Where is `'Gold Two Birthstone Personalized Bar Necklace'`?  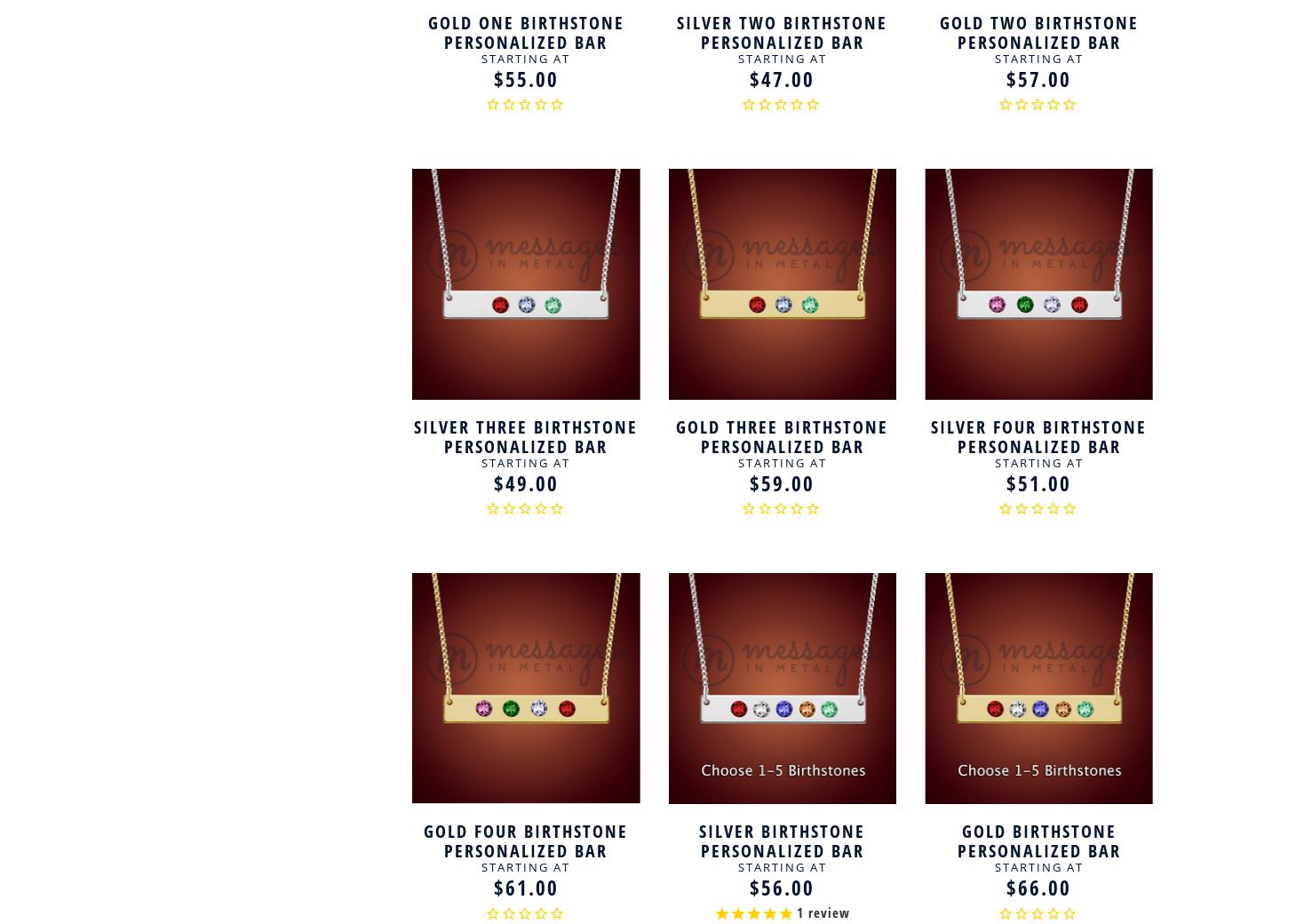 'Gold Two Birthstone Personalized Bar Necklace' is located at coordinates (938, 41).